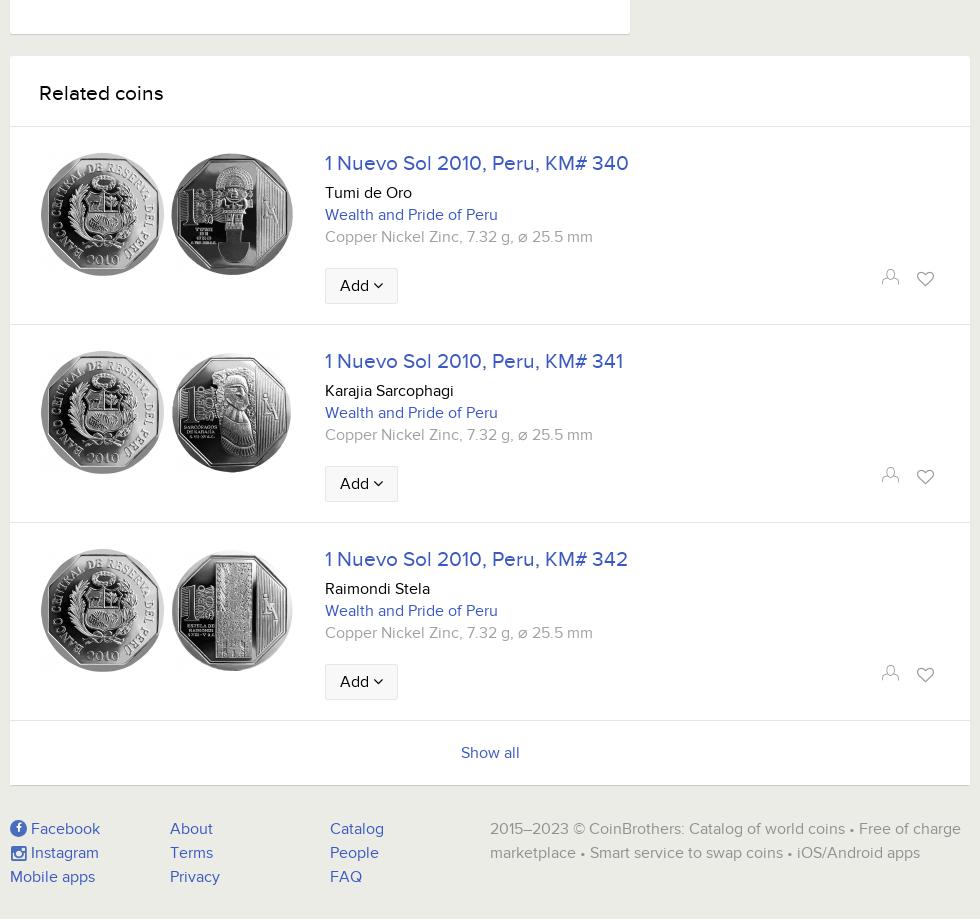 The height and width of the screenshot is (919, 980). I want to click on 'KM# 340', so click(587, 162).